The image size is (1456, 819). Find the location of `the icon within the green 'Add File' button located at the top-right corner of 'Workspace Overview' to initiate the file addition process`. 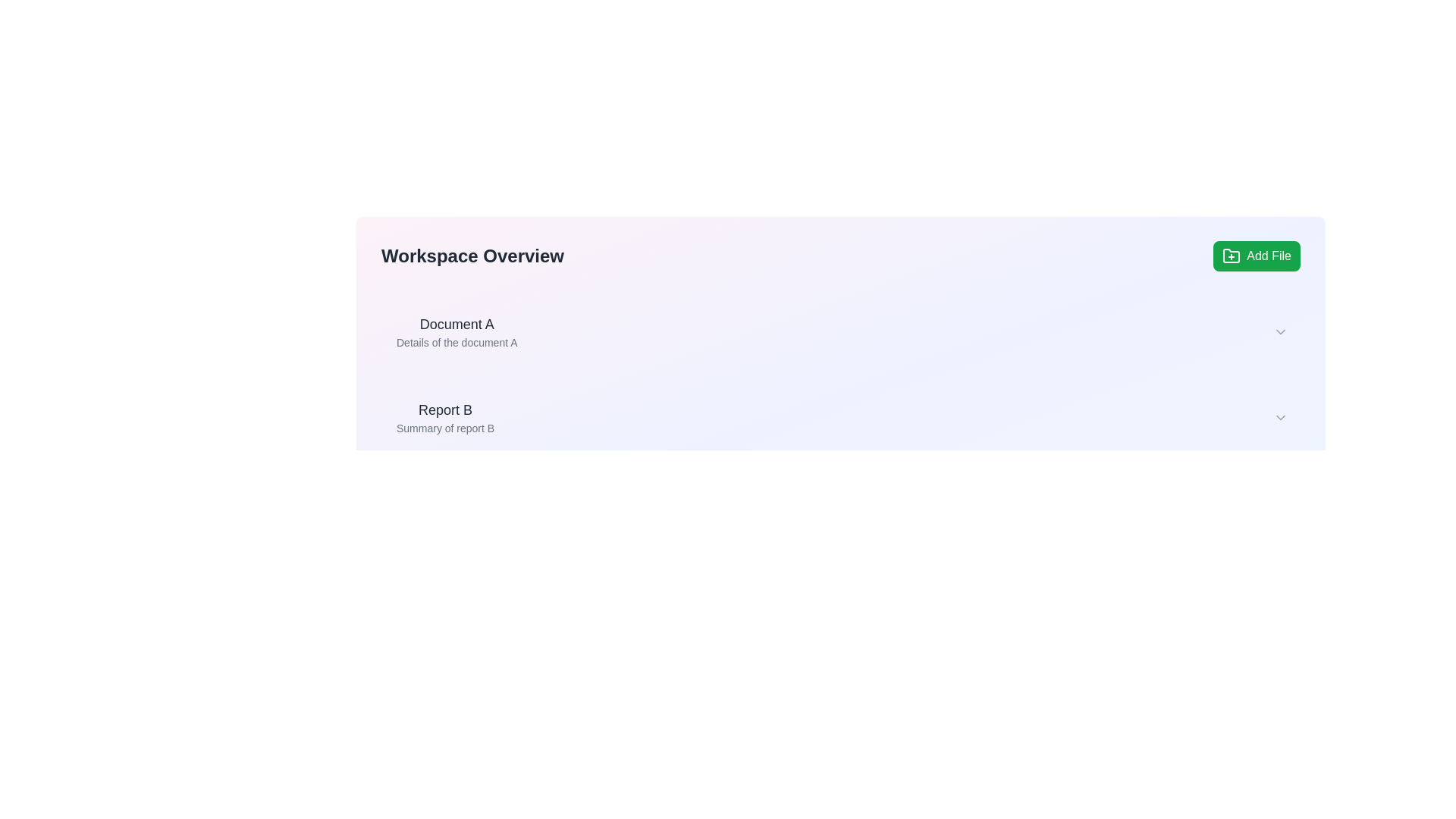

the icon within the green 'Add File' button located at the top-right corner of 'Workspace Overview' to initiate the file addition process is located at coordinates (1231, 256).